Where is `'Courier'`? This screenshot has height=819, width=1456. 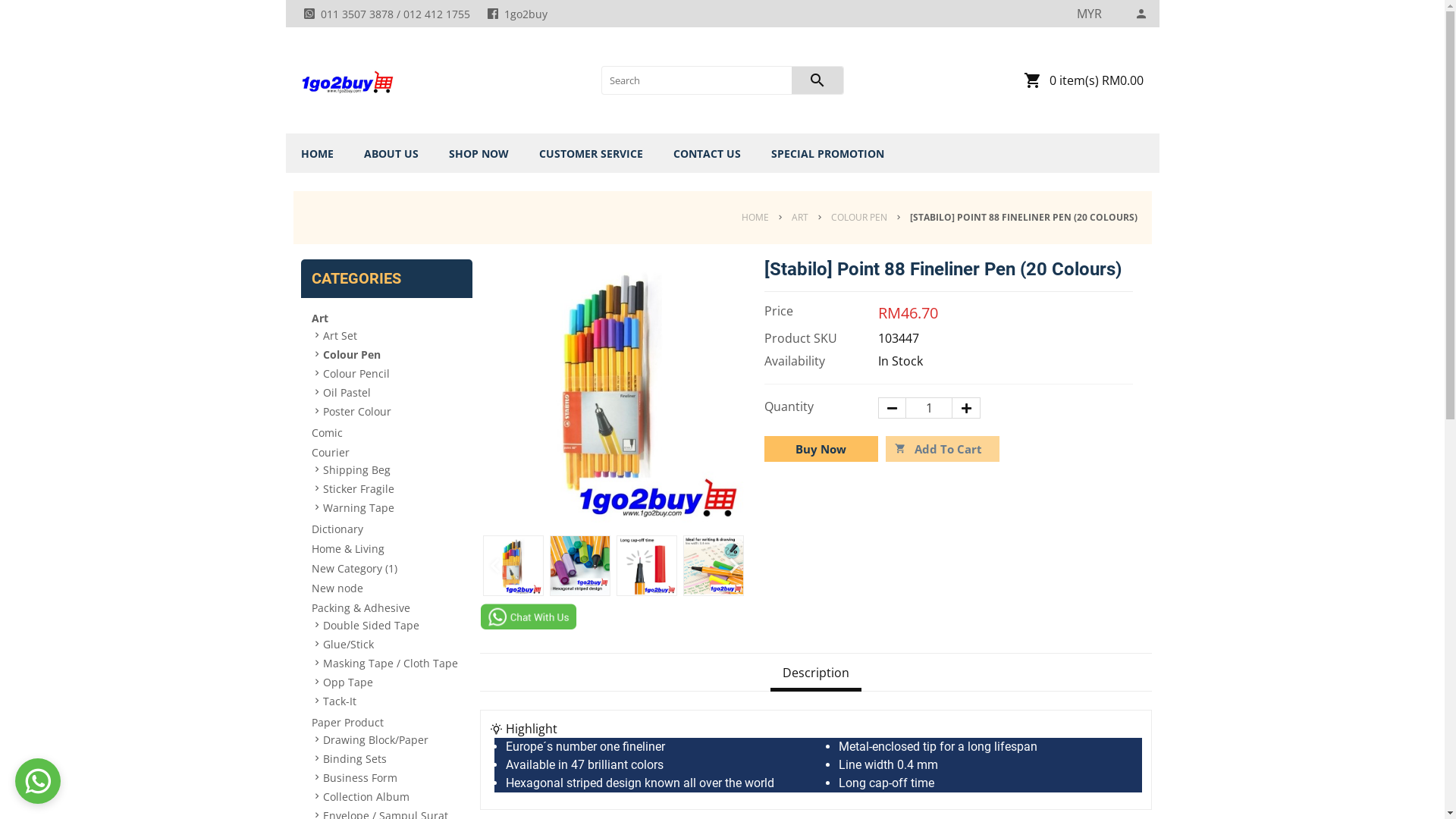 'Courier' is located at coordinates (385, 451).